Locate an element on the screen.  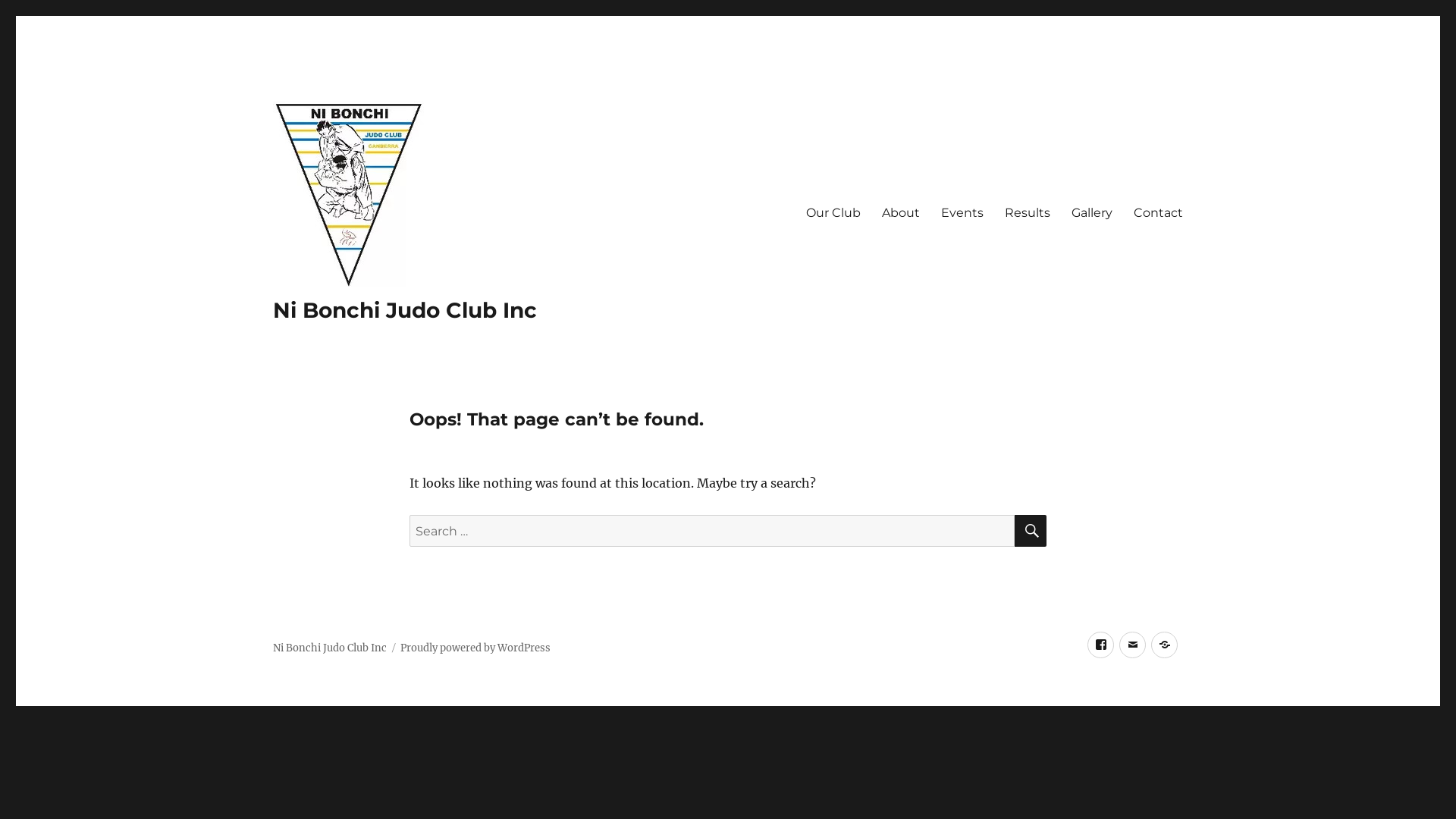
'Proudly powered by WordPress' is located at coordinates (475, 648).